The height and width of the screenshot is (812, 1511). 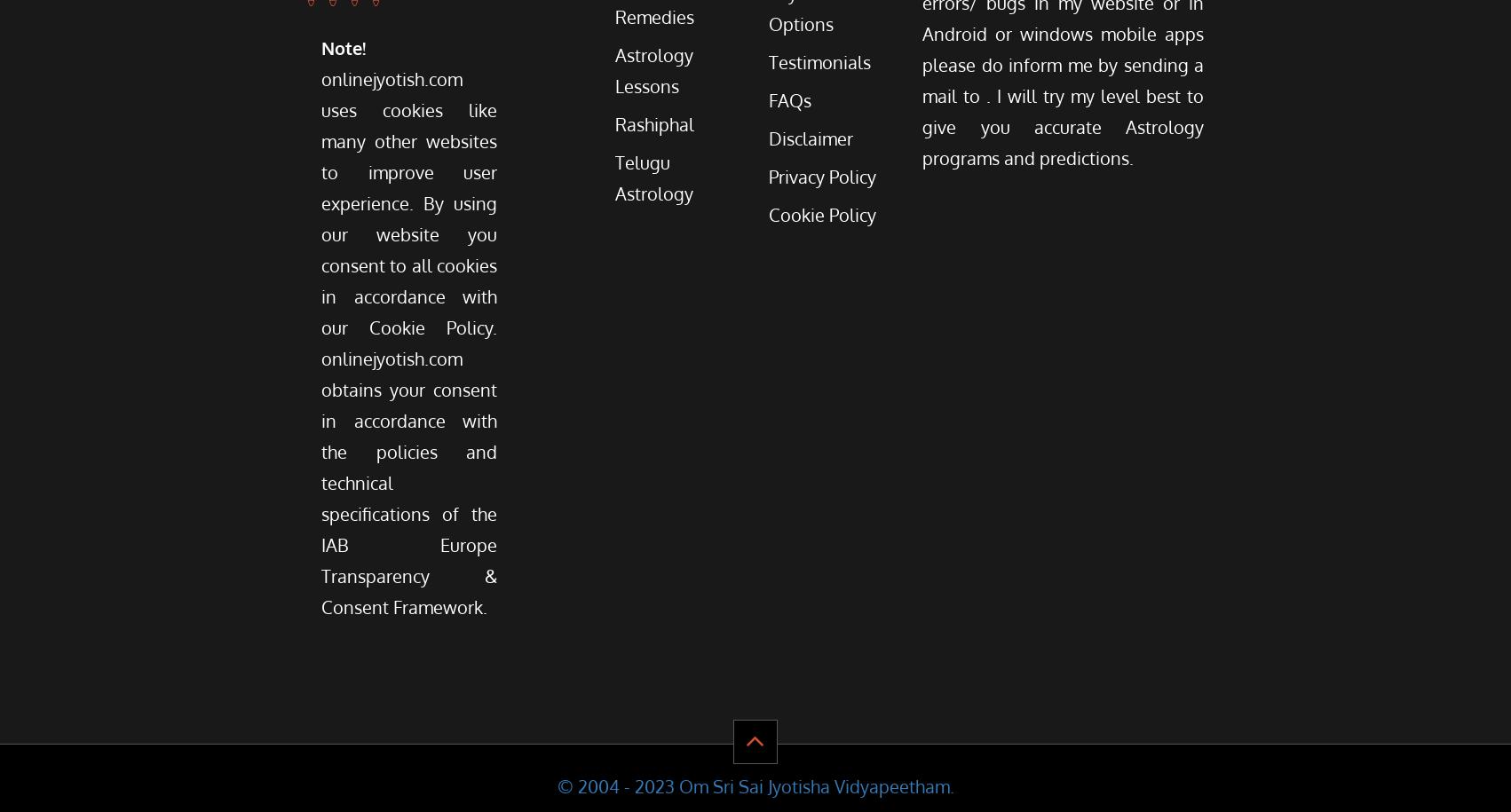 What do you see at coordinates (614, 69) in the screenshot?
I see `'Astrology Lessons'` at bounding box center [614, 69].